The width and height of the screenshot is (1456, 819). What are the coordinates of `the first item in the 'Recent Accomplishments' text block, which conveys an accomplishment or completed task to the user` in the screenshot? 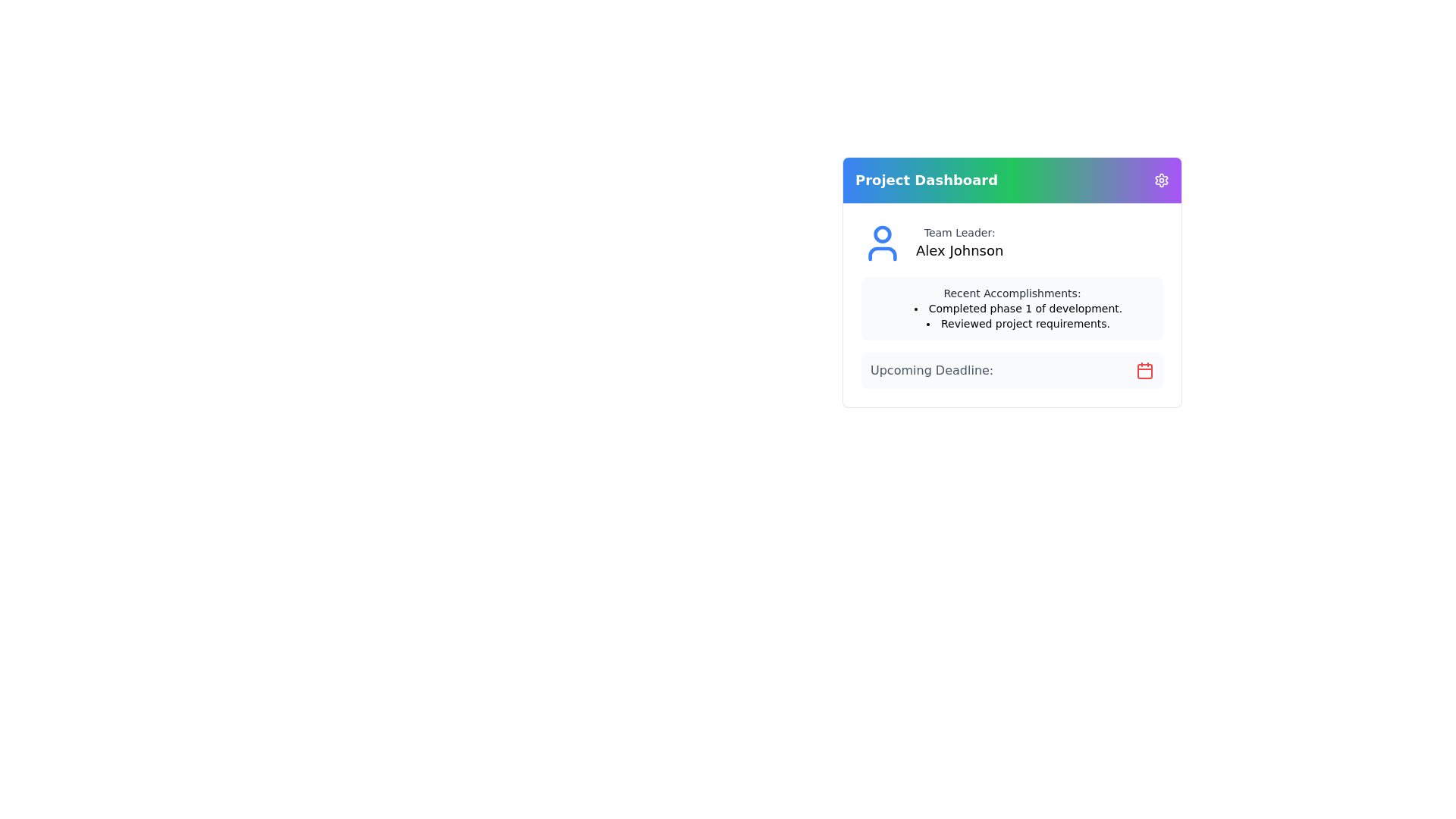 It's located at (1018, 308).